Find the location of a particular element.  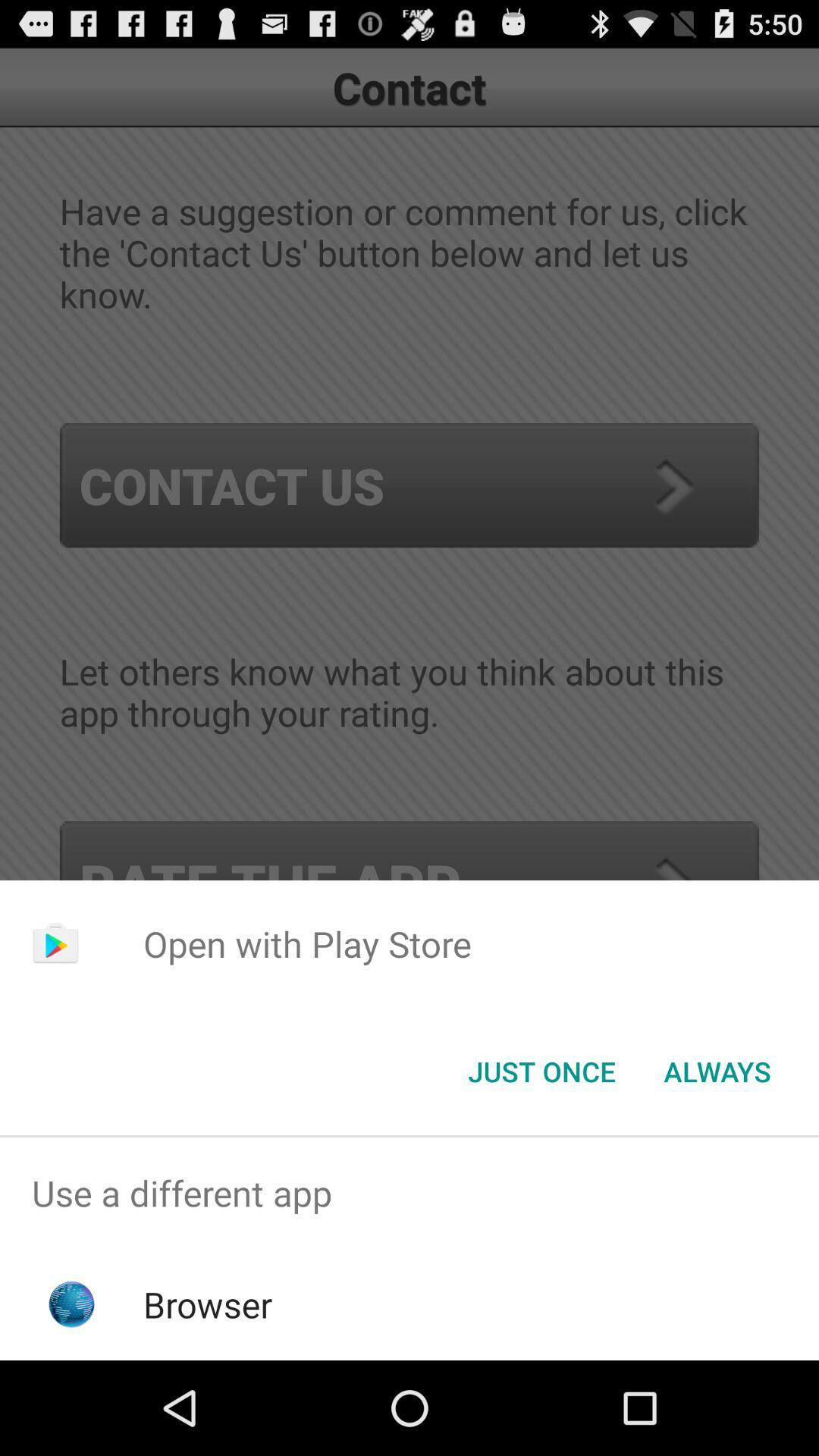

just once button is located at coordinates (541, 1070).